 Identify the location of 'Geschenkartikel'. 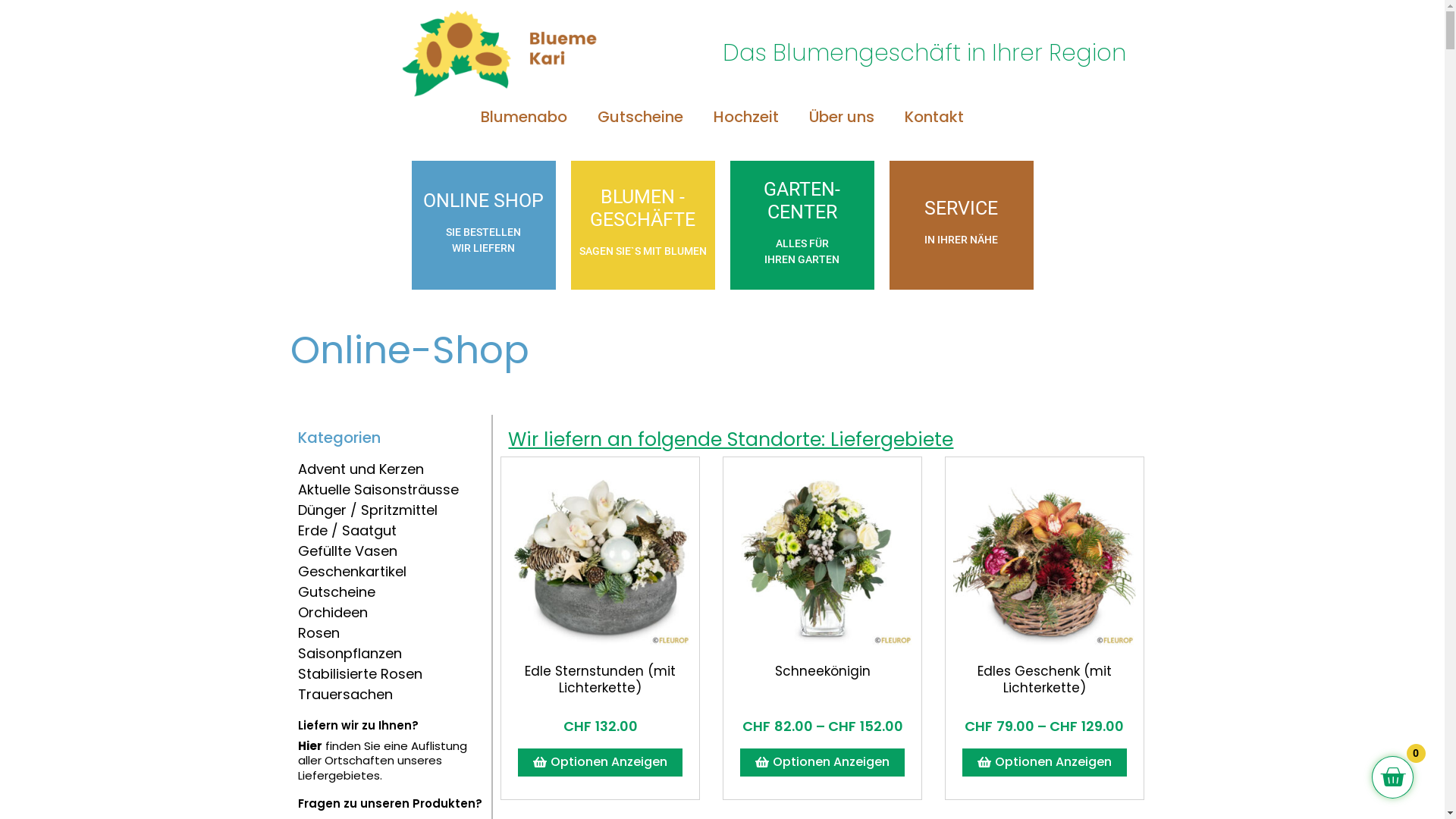
(350, 571).